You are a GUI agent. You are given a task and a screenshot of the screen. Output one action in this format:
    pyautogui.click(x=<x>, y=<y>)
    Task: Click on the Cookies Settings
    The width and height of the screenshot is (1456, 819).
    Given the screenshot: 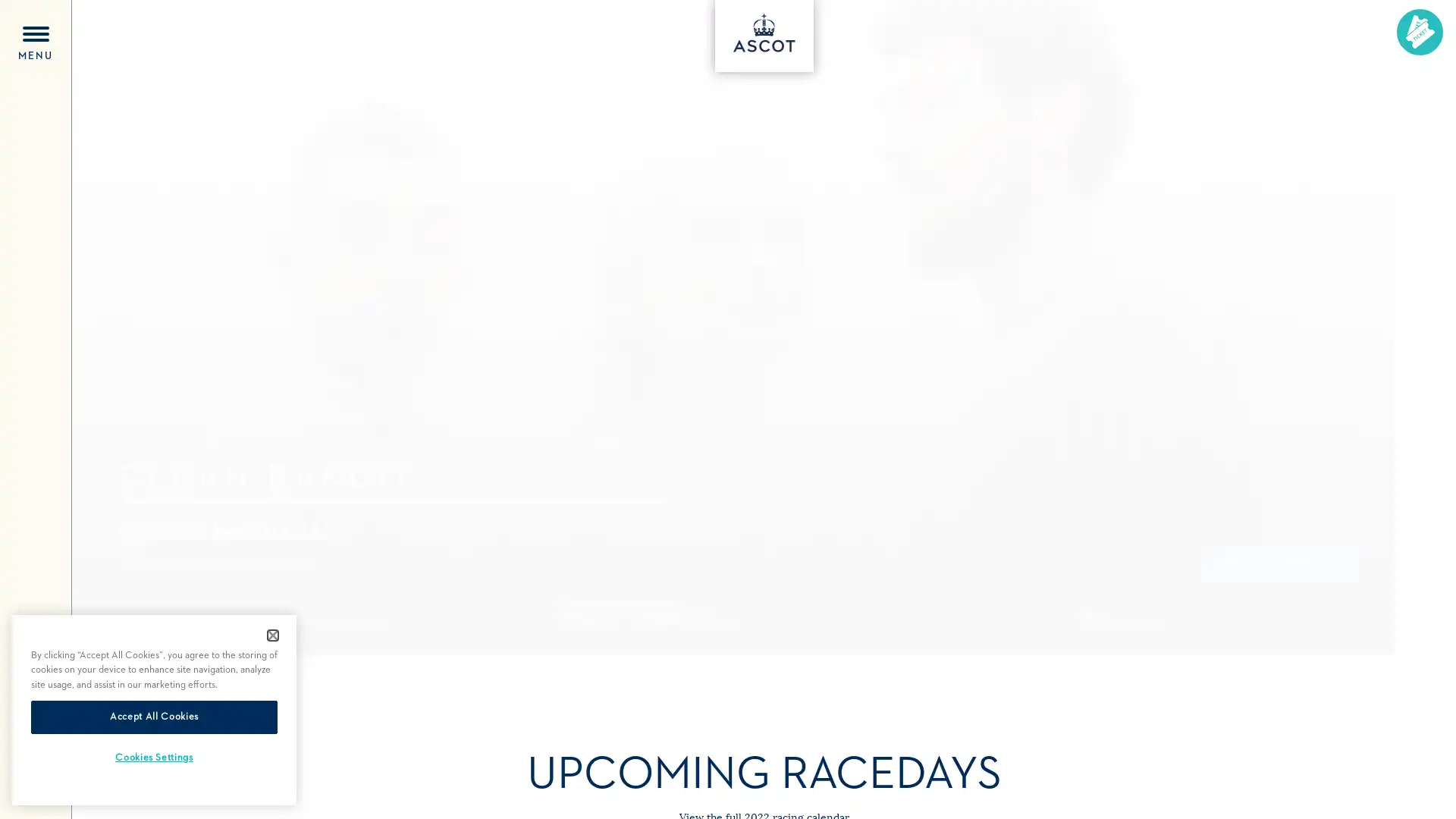 What is the action you would take?
    pyautogui.click(x=154, y=758)
    